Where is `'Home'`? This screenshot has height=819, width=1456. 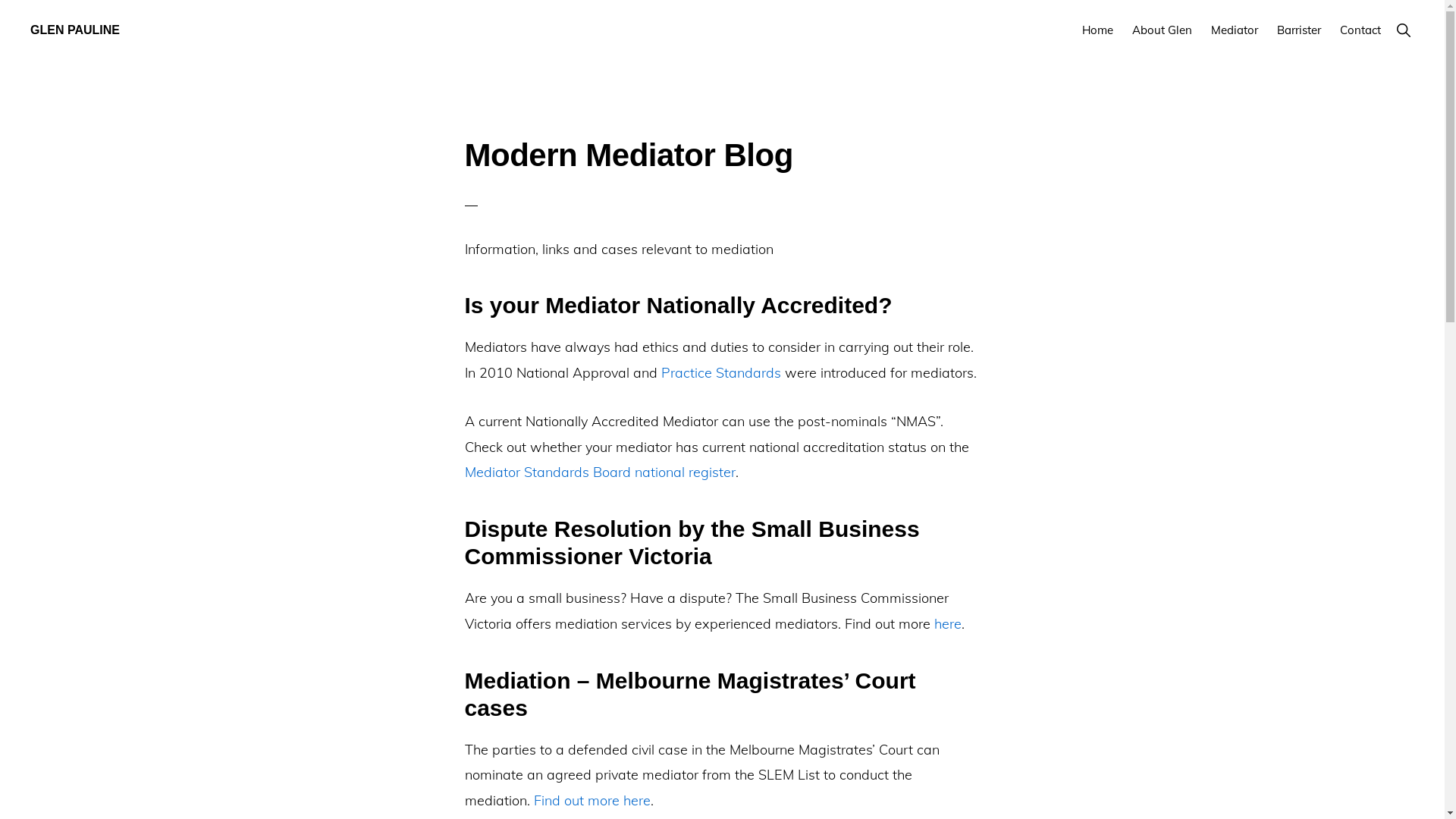 'Home' is located at coordinates (1097, 30).